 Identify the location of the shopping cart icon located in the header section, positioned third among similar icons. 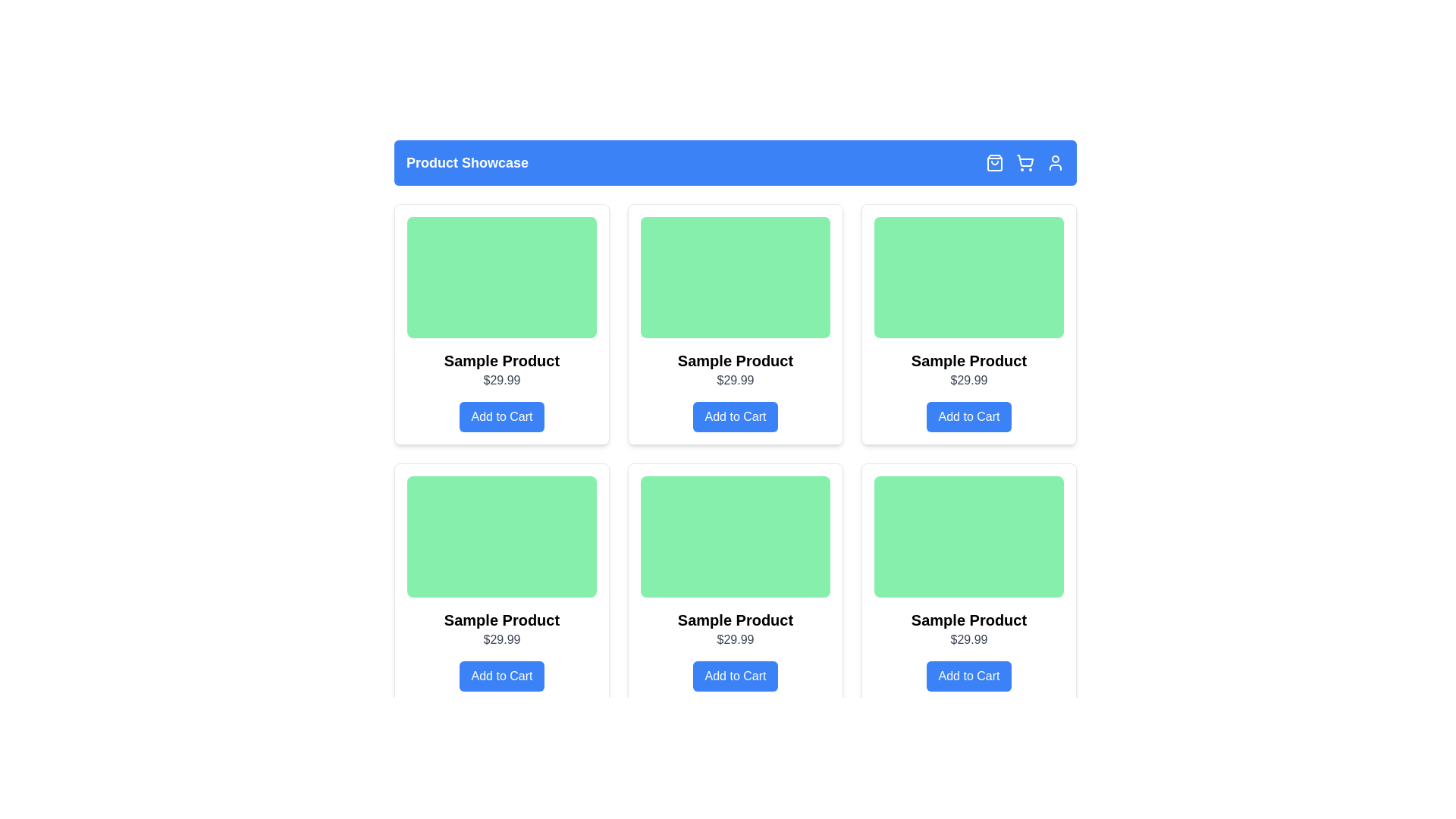
(1025, 163).